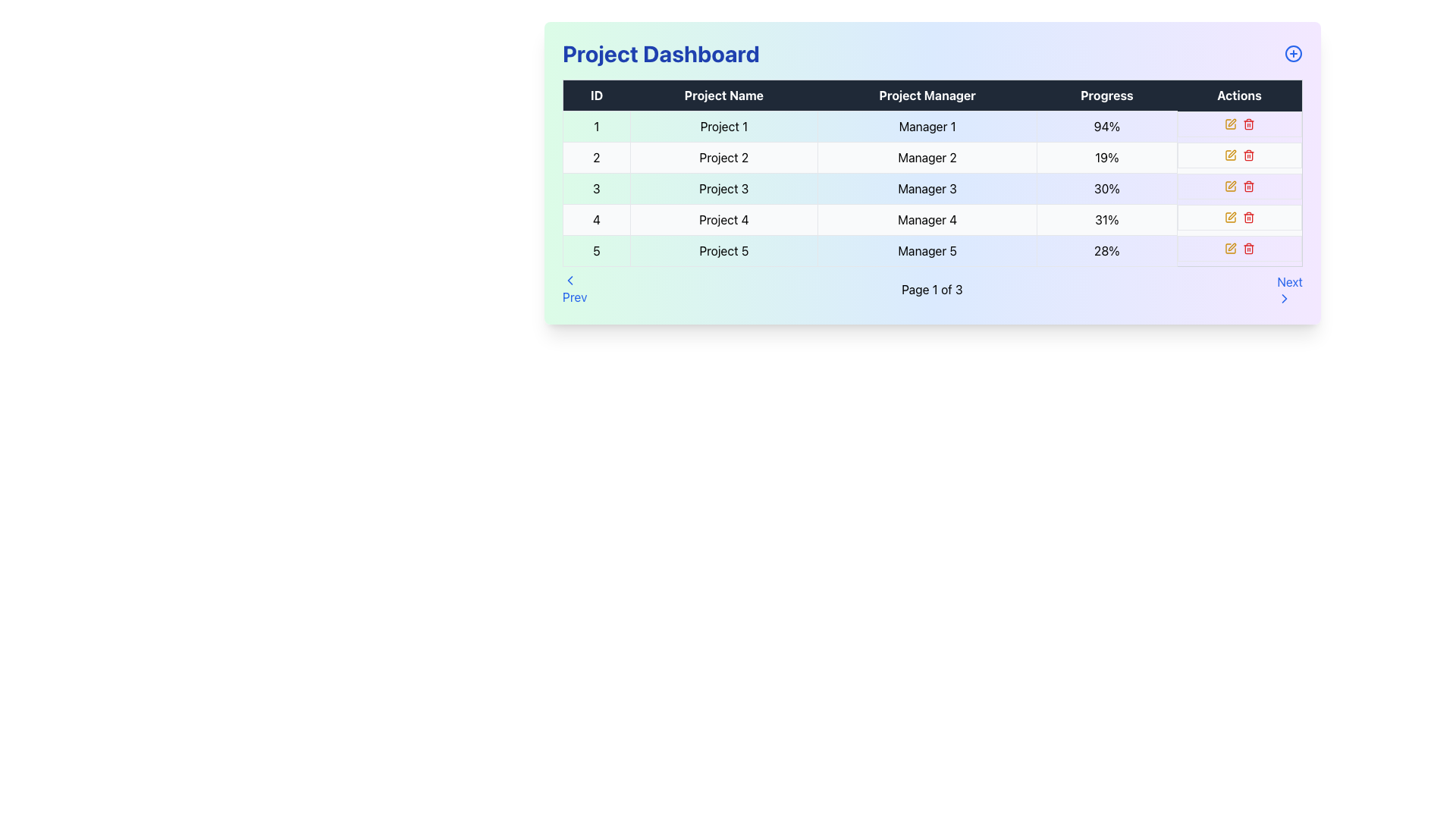 The width and height of the screenshot is (1456, 819). What do you see at coordinates (927, 188) in the screenshot?
I see `on the text cell displaying 'Manager 3' in the third column of the 'Project 3' row in the 'Project Dashboard' table` at bounding box center [927, 188].